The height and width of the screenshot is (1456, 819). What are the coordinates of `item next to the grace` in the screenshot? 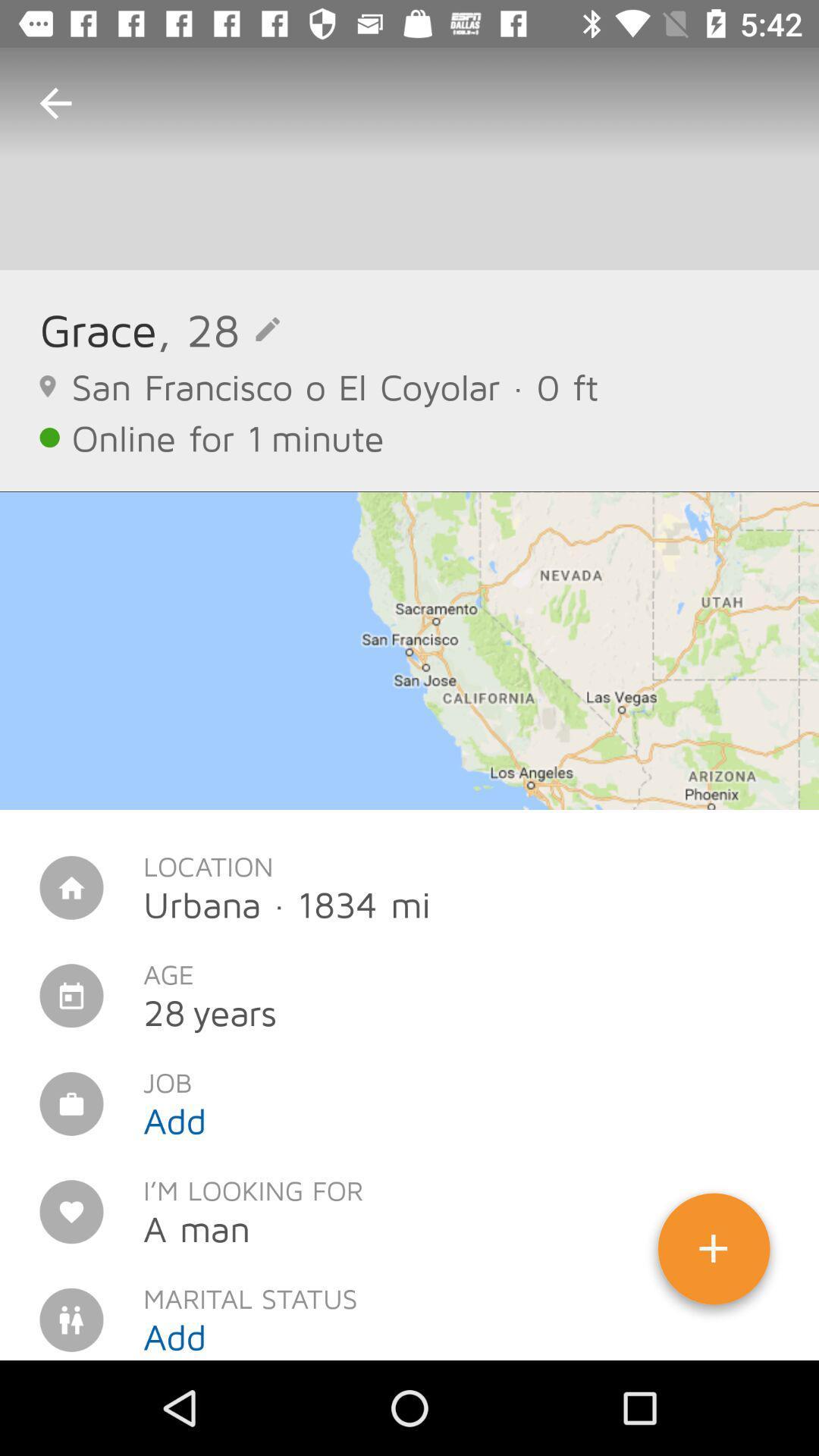 It's located at (218, 328).